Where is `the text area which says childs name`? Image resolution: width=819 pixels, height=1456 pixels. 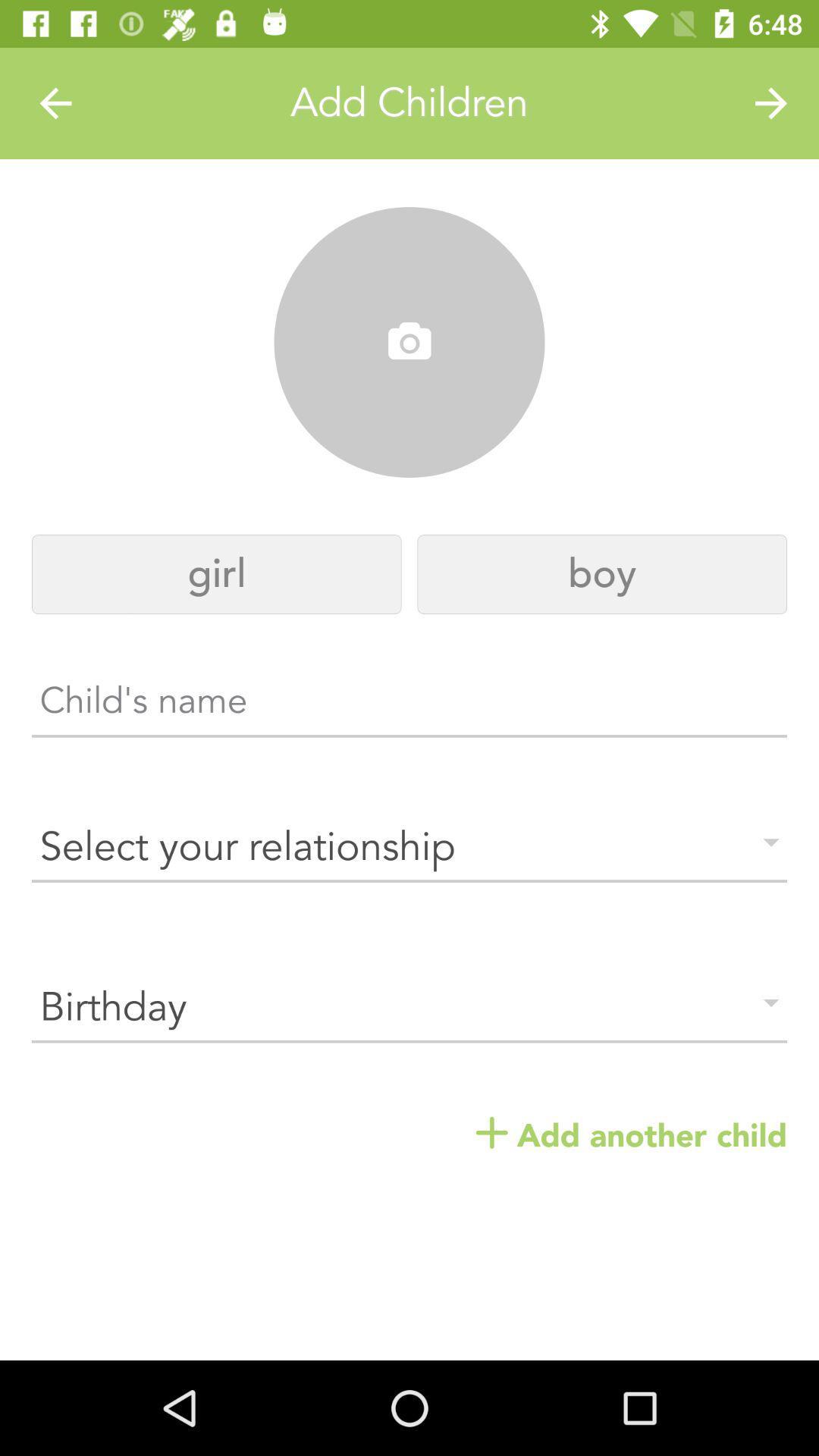
the text area which says childs name is located at coordinates (409, 705).